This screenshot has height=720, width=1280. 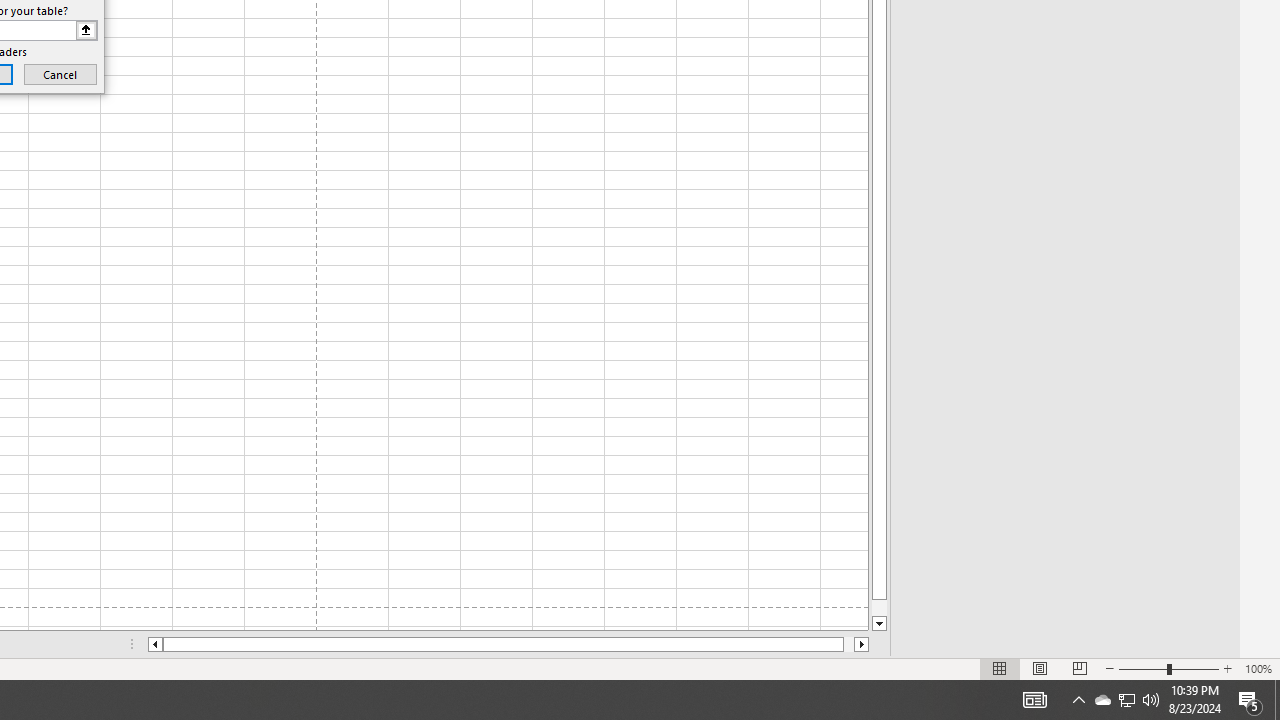 I want to click on 'Page down', so click(x=879, y=607).